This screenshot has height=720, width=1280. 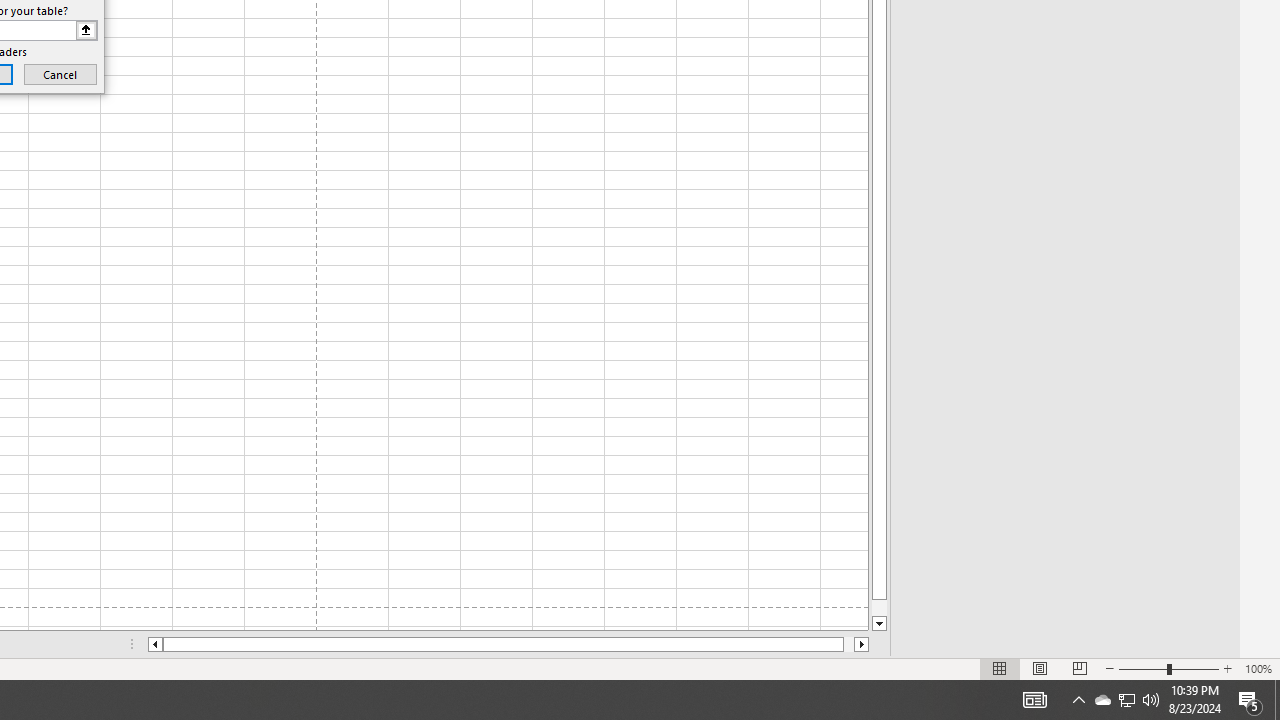 I want to click on 'Page down', so click(x=879, y=607).